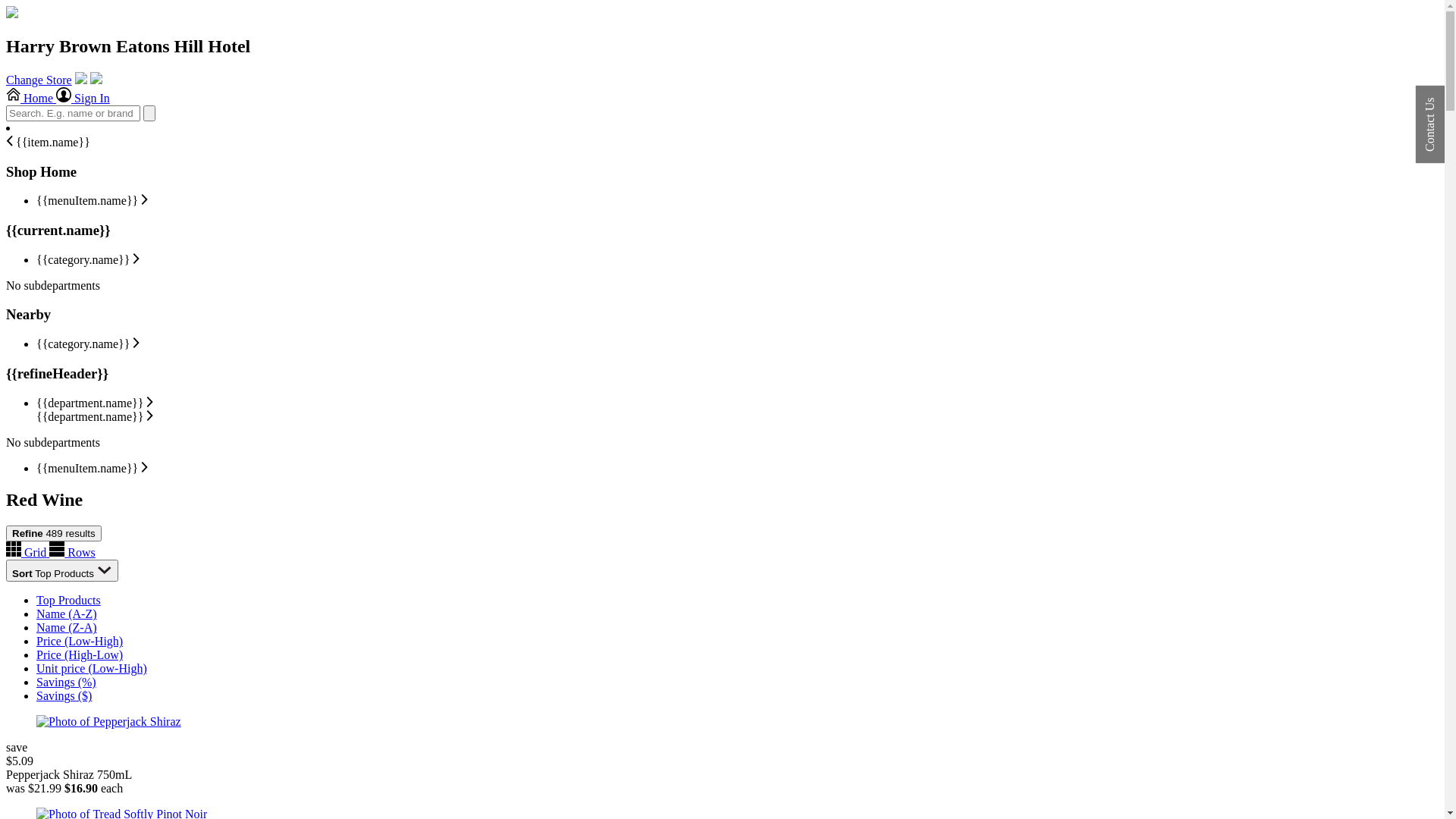  I want to click on 'Name (Z-A)', so click(65, 627).